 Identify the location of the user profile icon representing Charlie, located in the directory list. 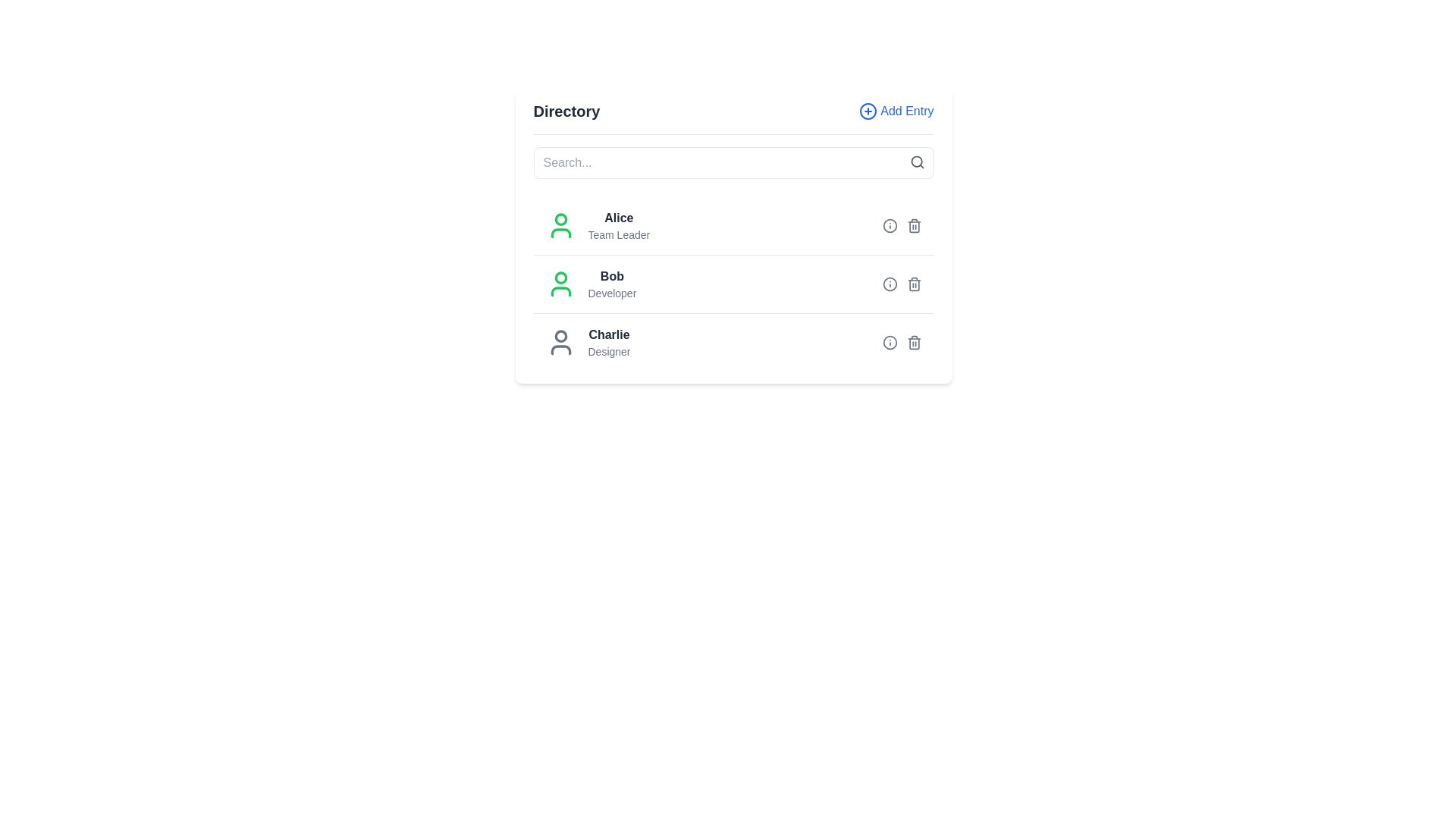
(560, 342).